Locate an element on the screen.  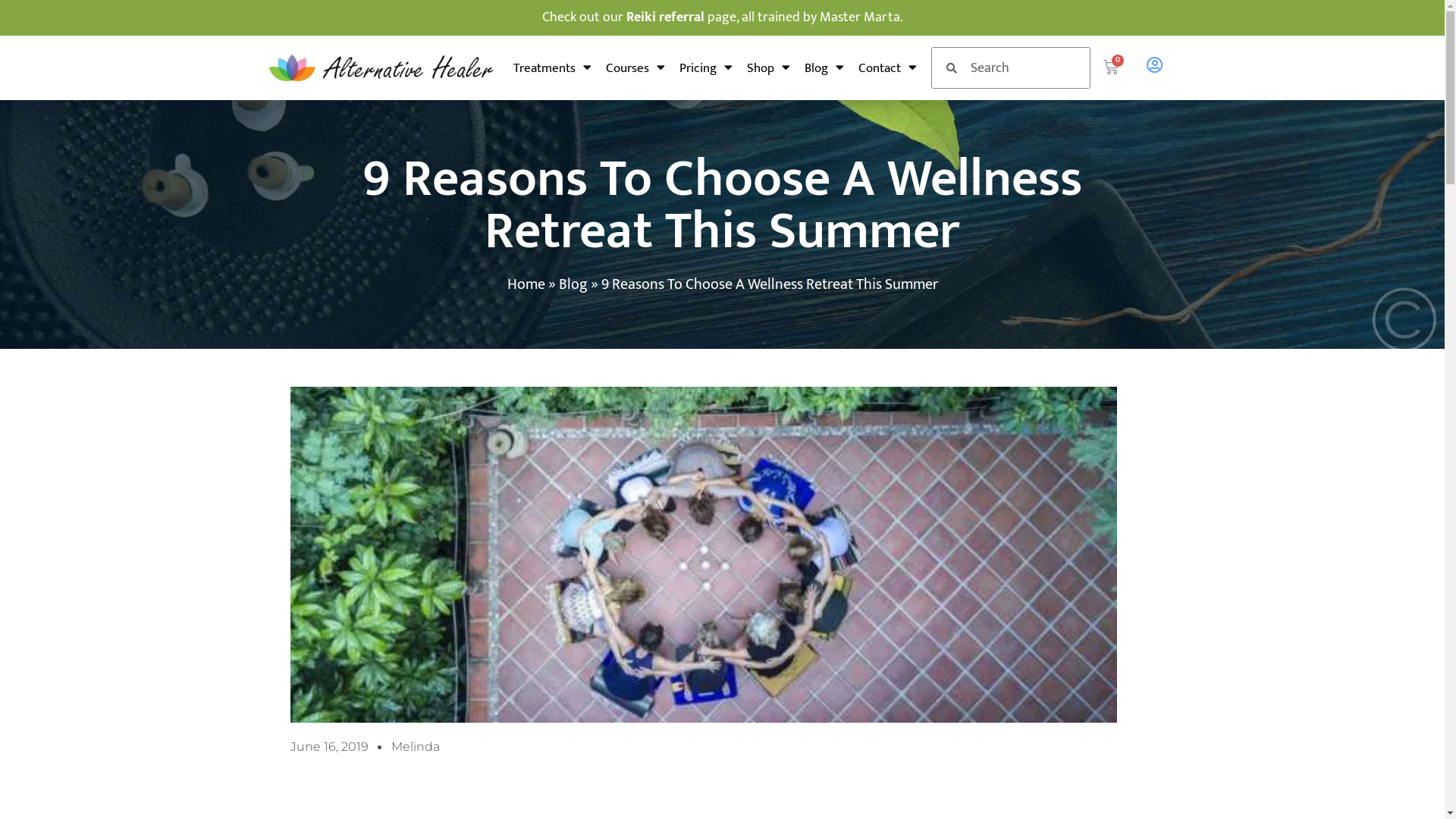
'Search' is located at coordinates (1023, 67).